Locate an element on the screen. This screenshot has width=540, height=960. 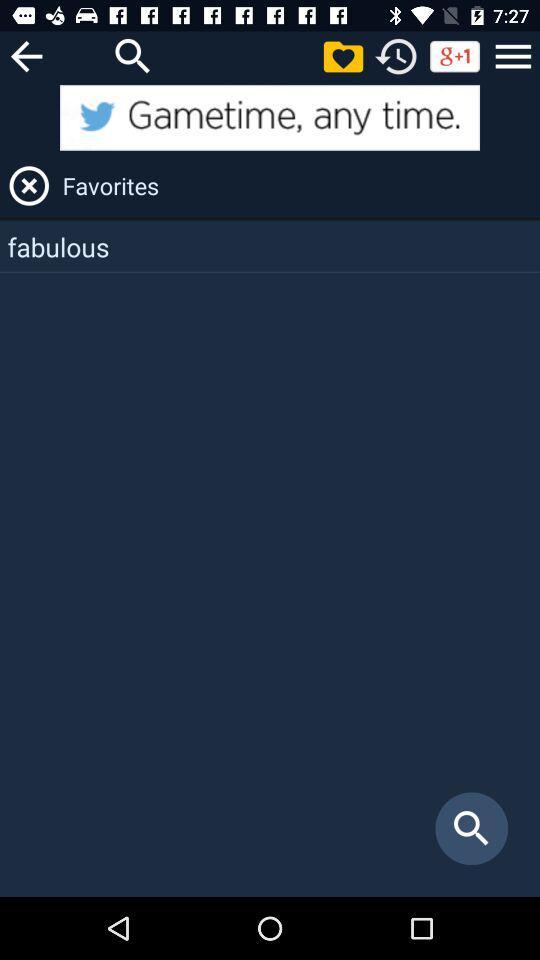
icon at the bottom right corner is located at coordinates (471, 828).